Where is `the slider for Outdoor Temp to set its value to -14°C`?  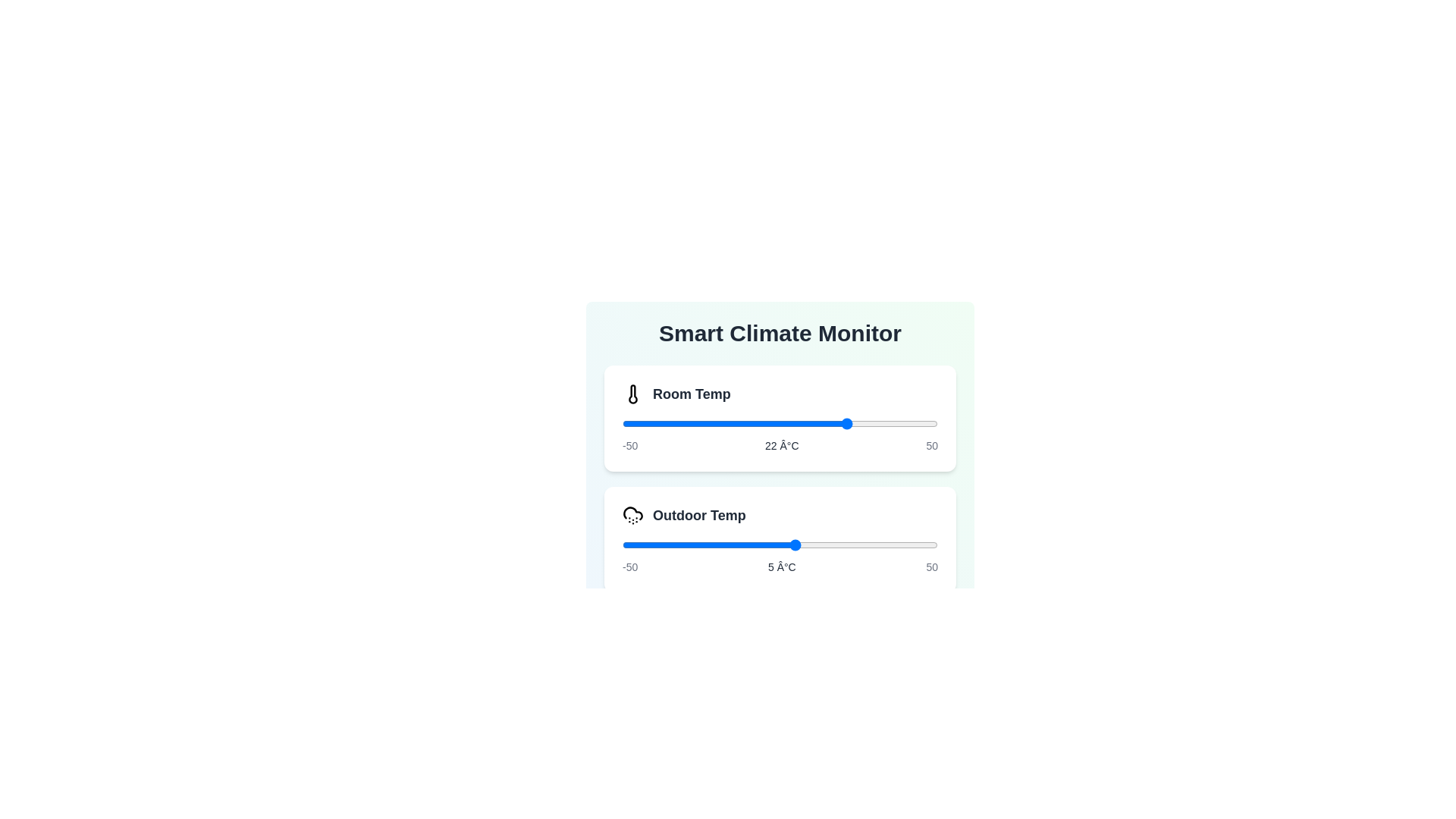 the slider for Outdoor Temp to set its value to -14°C is located at coordinates (736, 544).